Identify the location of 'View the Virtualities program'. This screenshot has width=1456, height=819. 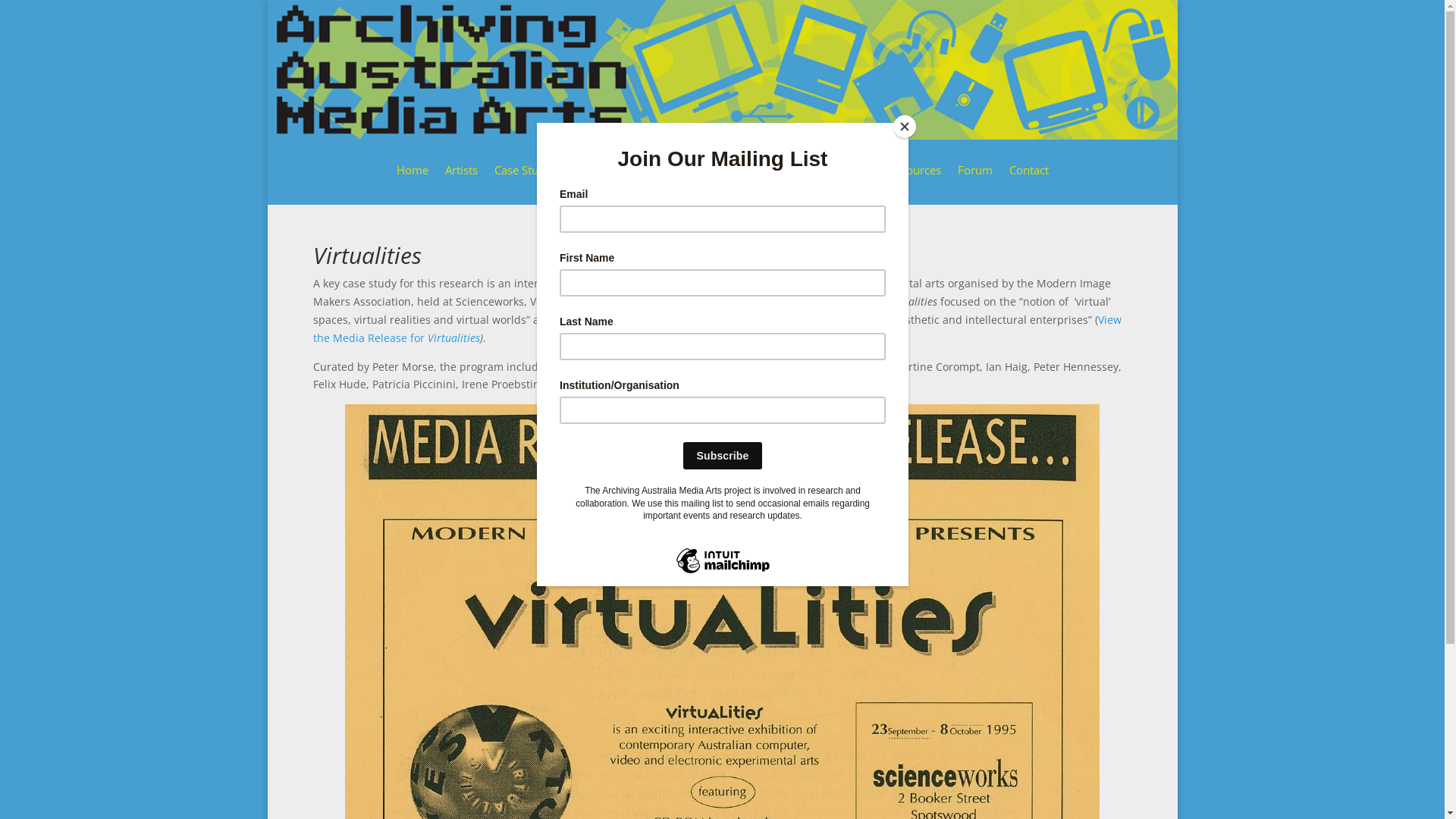
(715, 383).